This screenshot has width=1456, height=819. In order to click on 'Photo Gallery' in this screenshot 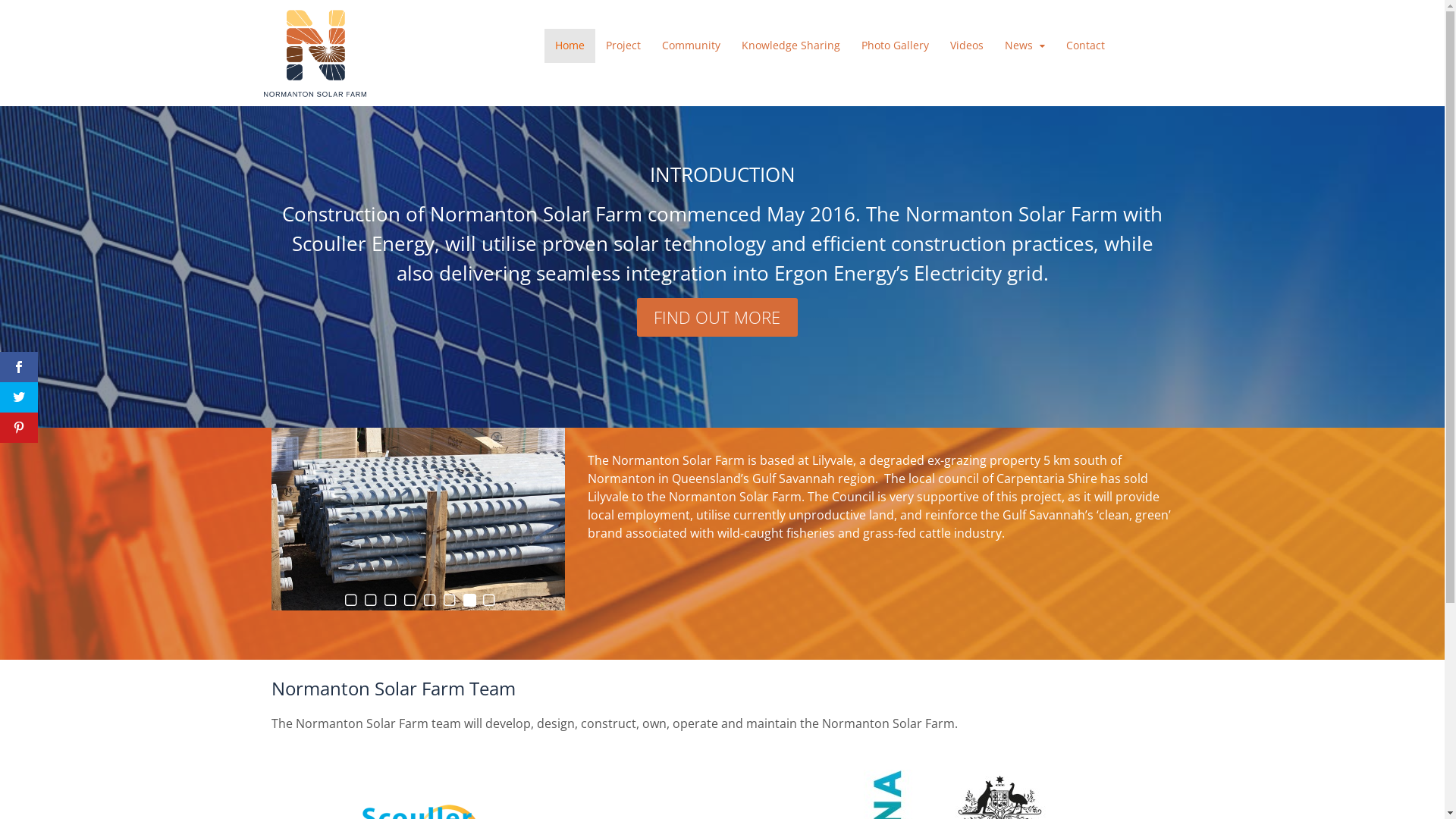, I will do `click(851, 45)`.